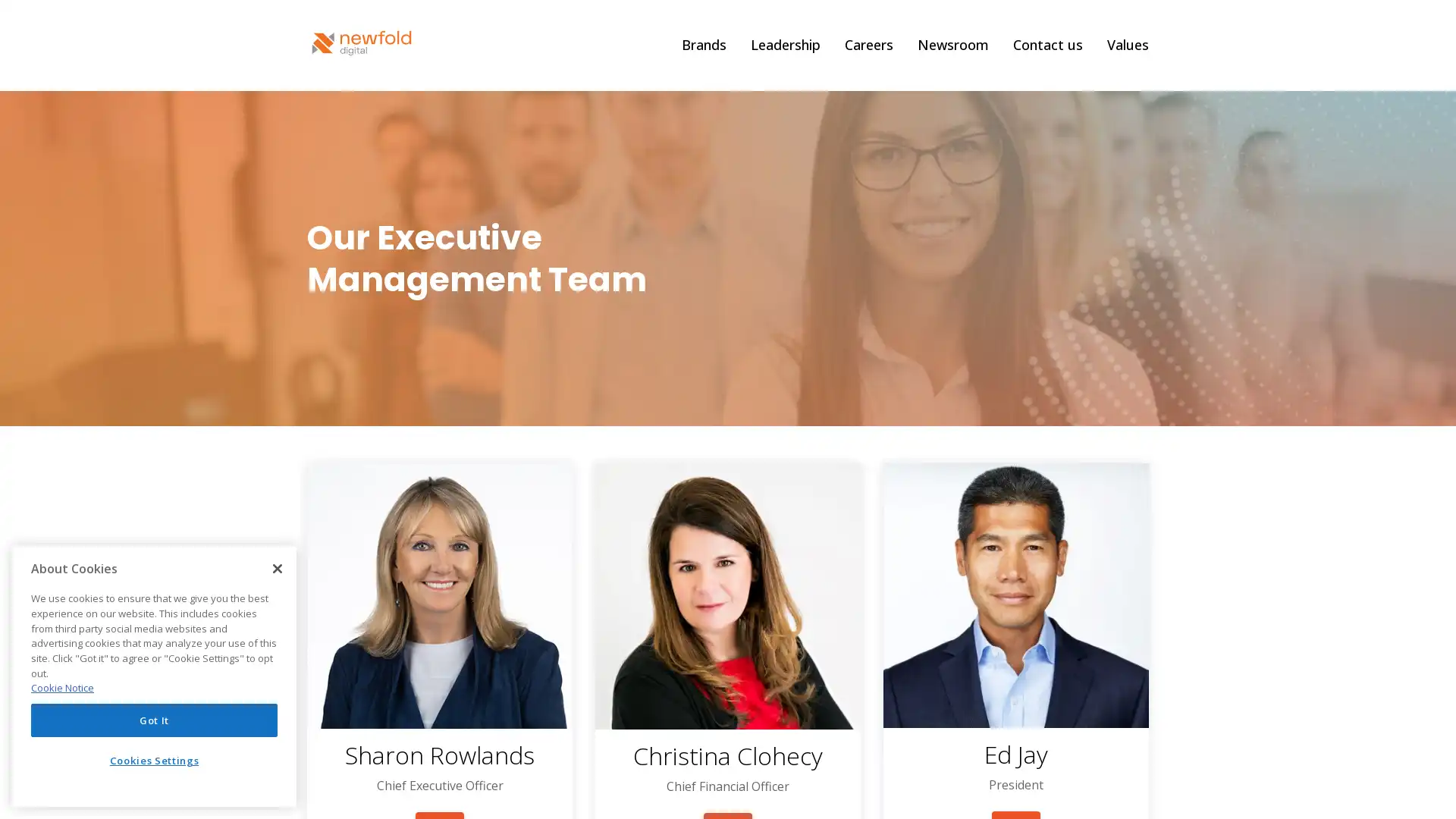  I want to click on Got It, so click(154, 719).